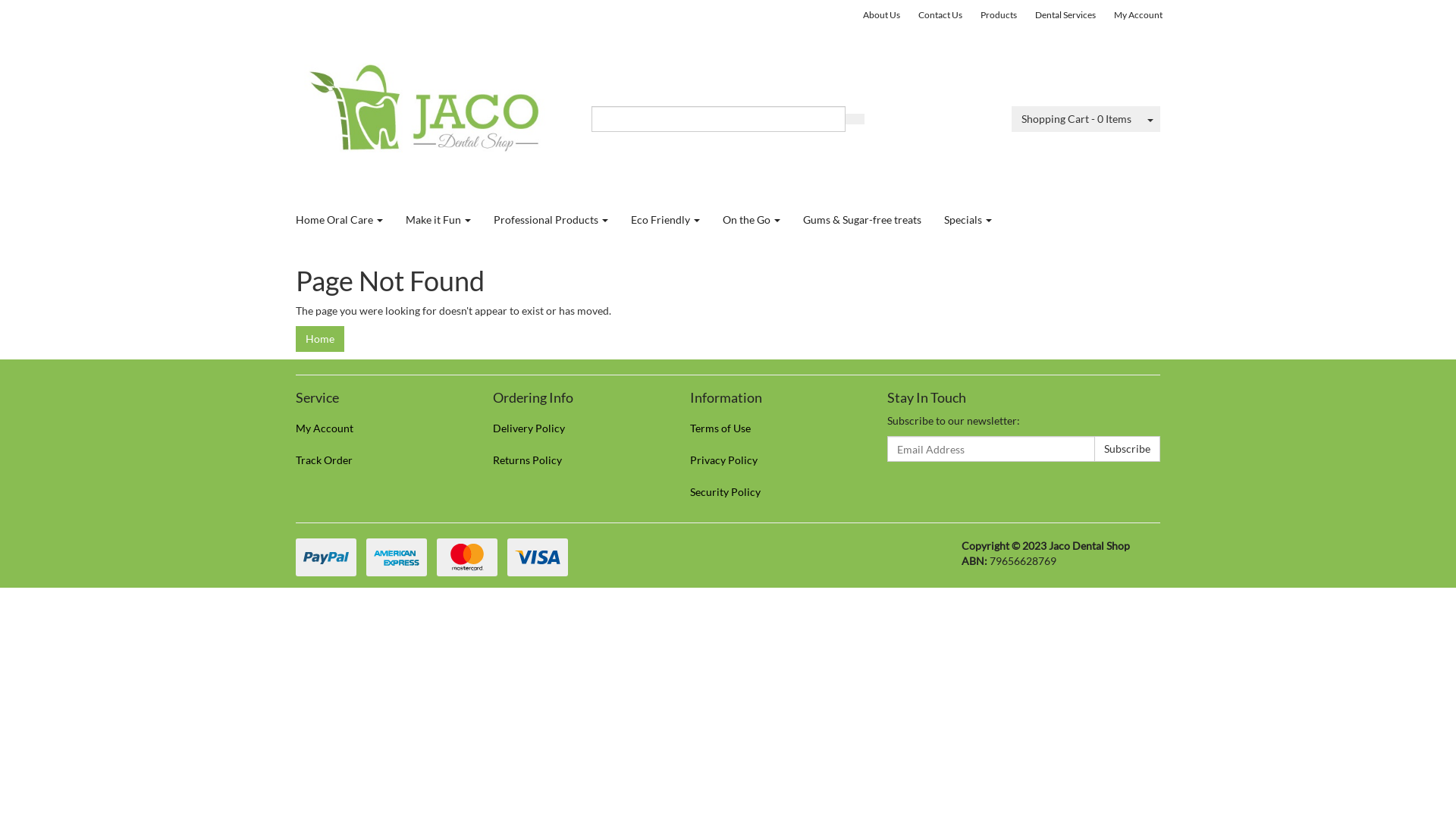 The width and height of the screenshot is (1456, 819). I want to click on 'Home Oral Care', so click(284, 219).